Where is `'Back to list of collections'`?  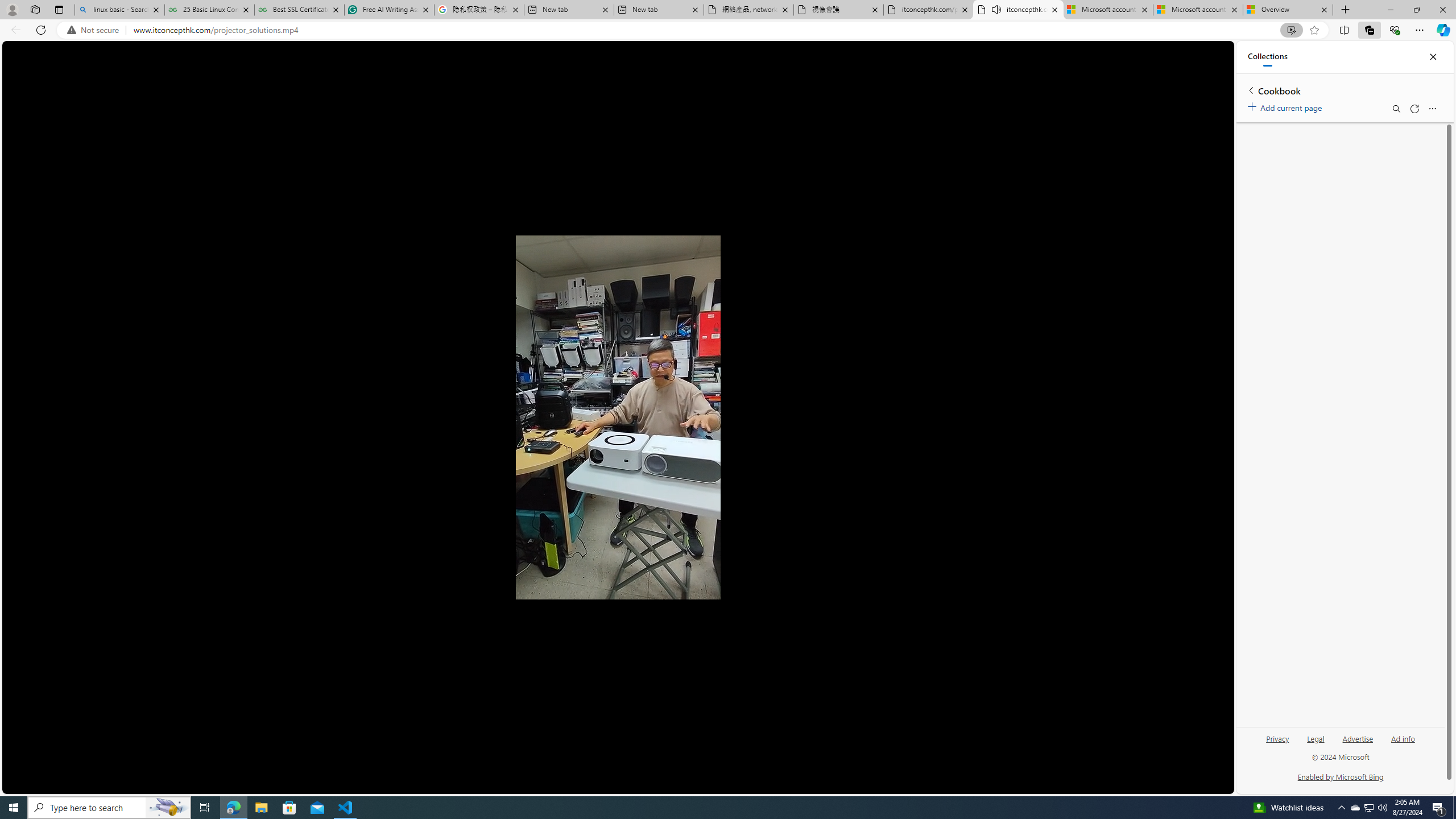
'Back to list of collections' is located at coordinates (1250, 90).